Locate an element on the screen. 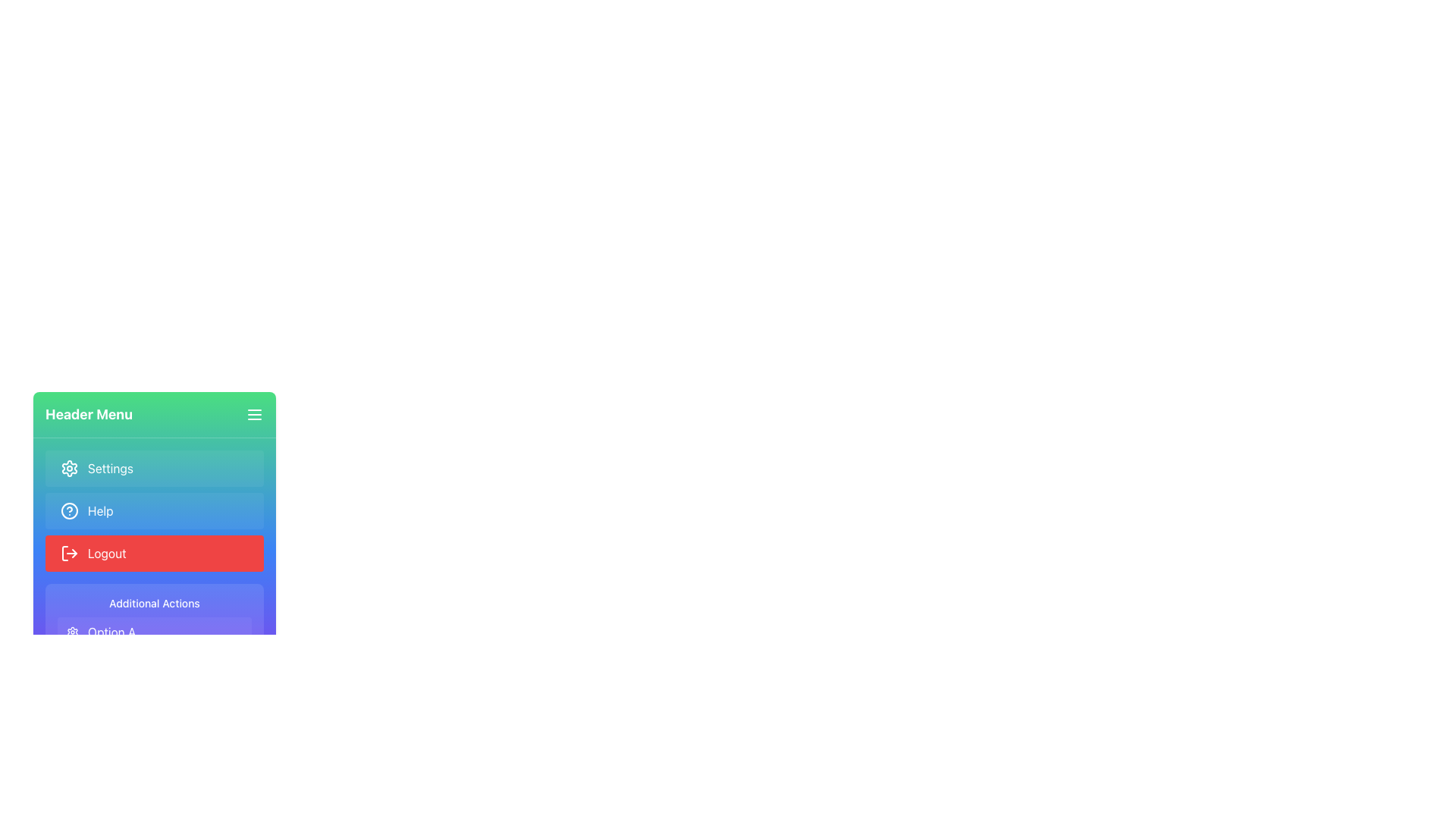  the gear icon in the settings button located in the topmost option row of the left-aligned menu panel is located at coordinates (68, 467).